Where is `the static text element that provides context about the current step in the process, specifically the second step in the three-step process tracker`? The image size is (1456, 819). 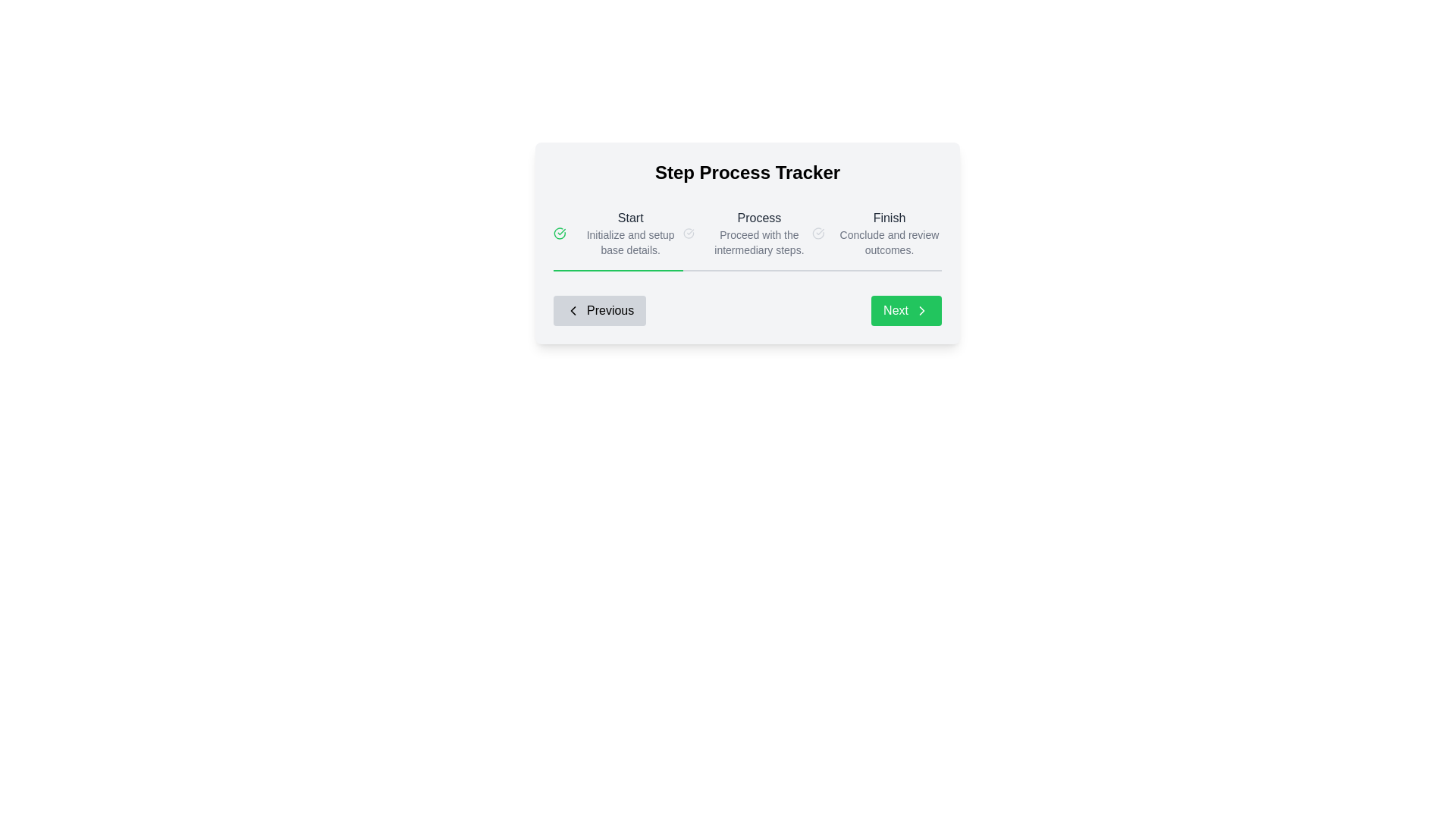 the static text element that provides context about the current step in the process, specifically the second step in the three-step process tracker is located at coordinates (759, 234).